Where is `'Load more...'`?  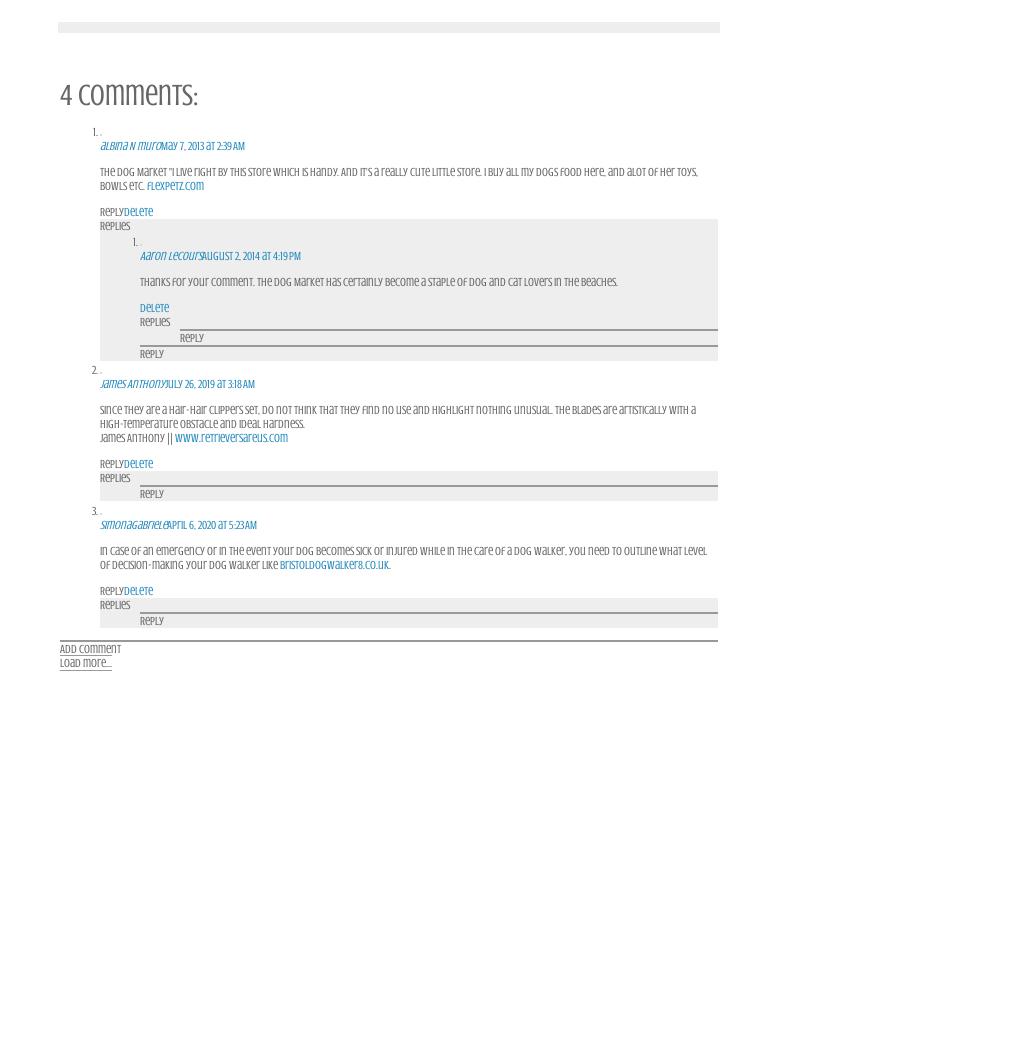 'Load more...' is located at coordinates (84, 662).